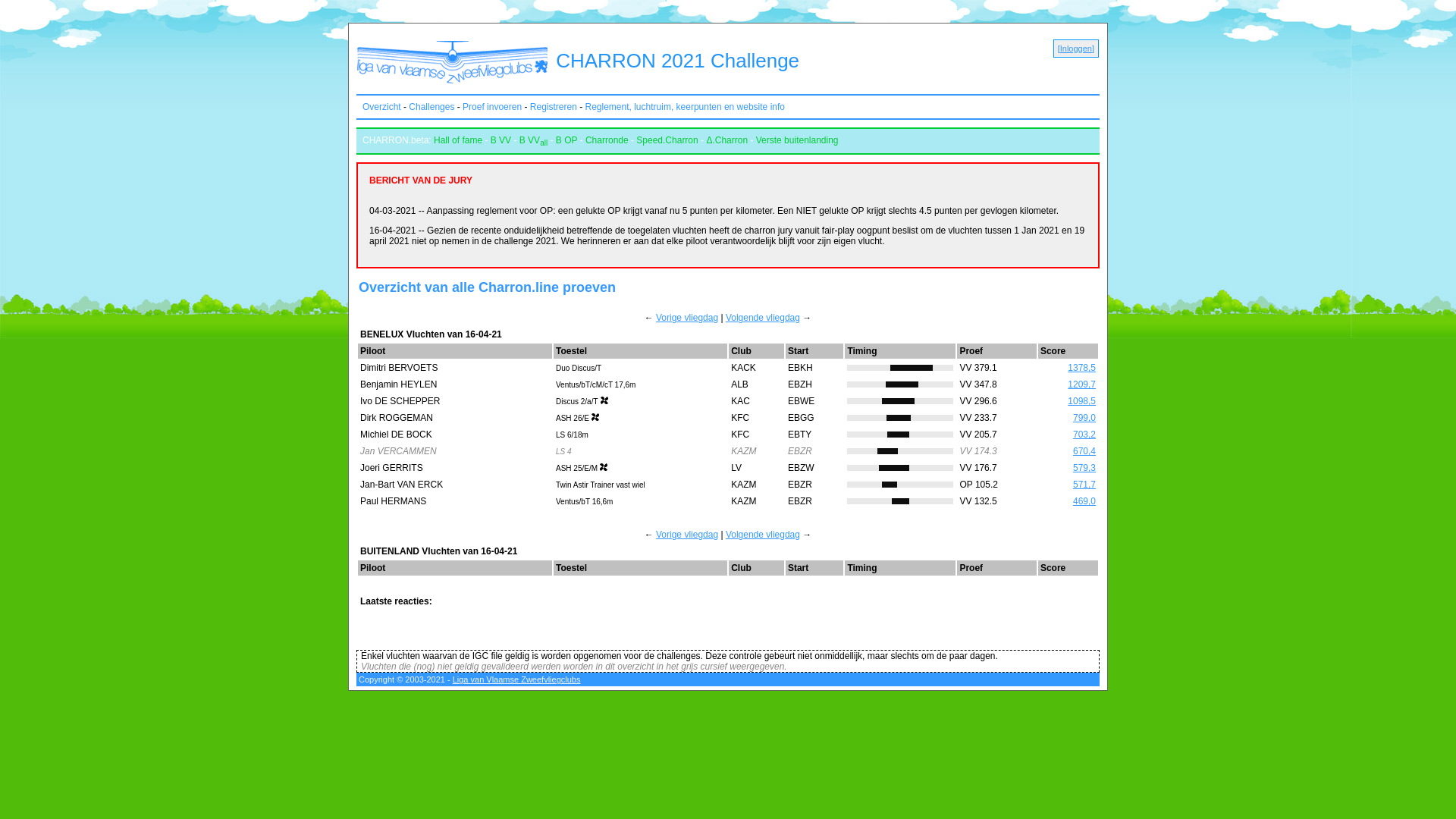  Describe the element at coordinates (491, 106) in the screenshot. I see `'Proef invoeren'` at that location.